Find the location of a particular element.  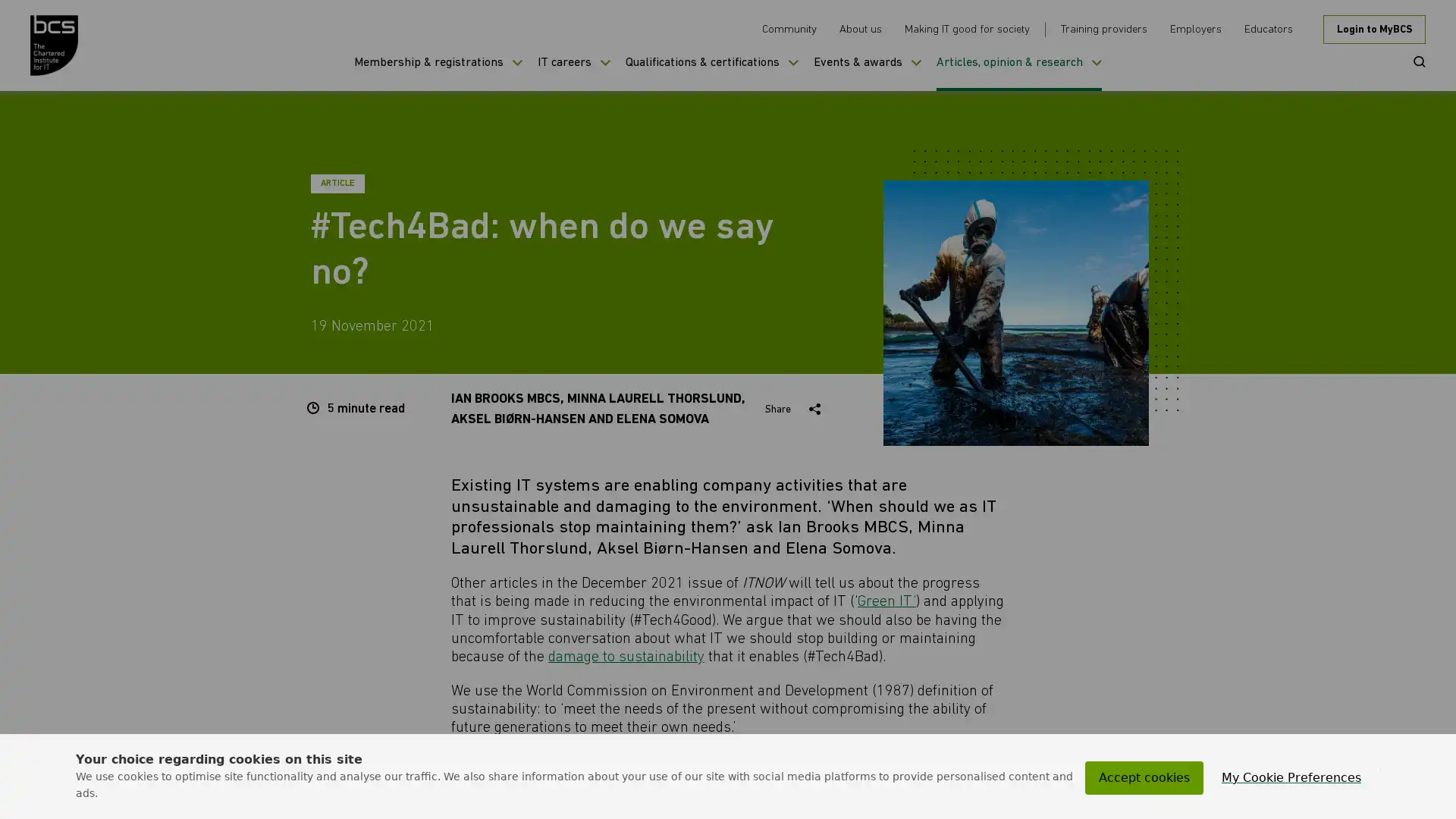

My Cookie Preferences is located at coordinates (1291, 778).